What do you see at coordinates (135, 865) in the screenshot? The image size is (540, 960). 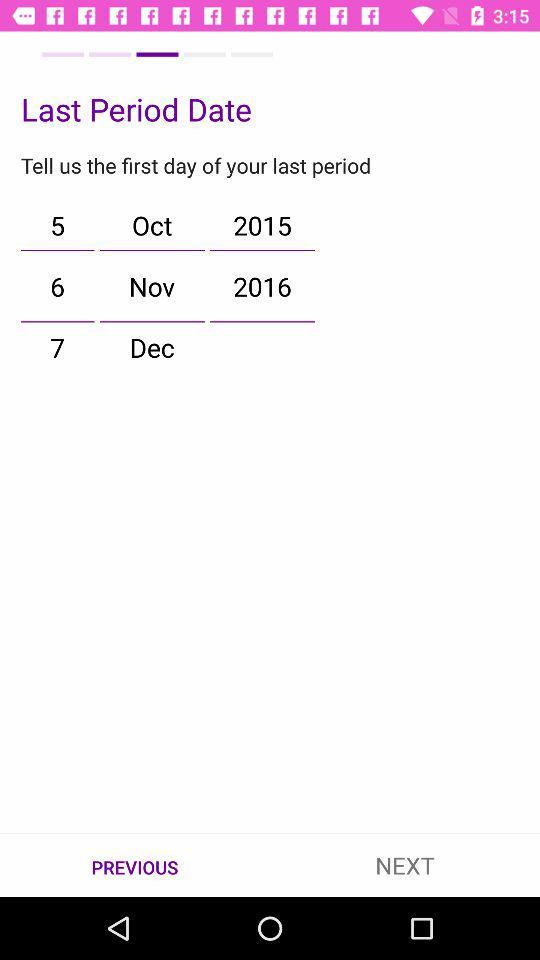 I see `the icon at the bottom left corner` at bounding box center [135, 865].